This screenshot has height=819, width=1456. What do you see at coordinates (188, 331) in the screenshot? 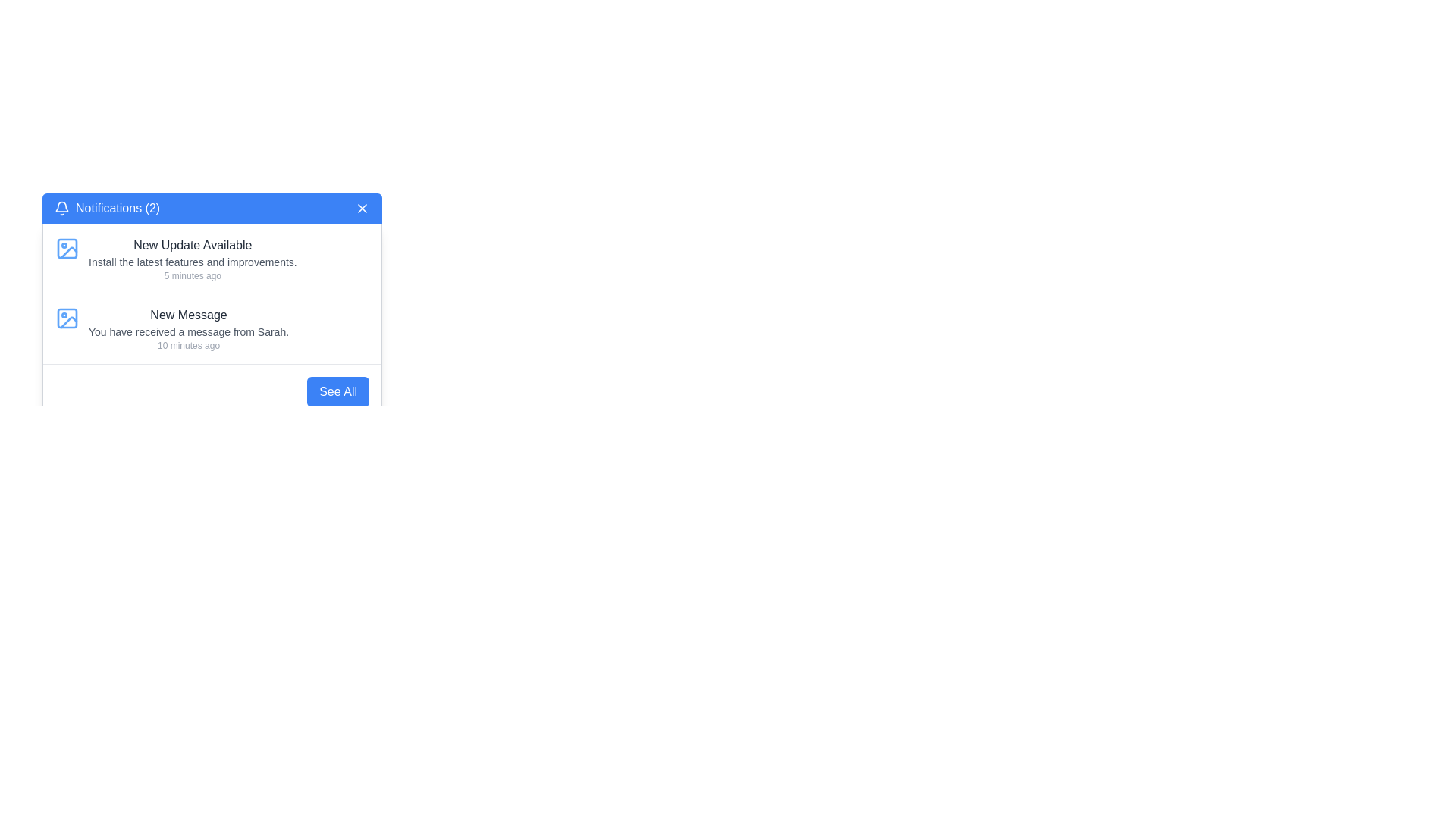
I see `summarized notification message displayed under the 'New Message' element and above the '10 minutes ago' time indicator` at bounding box center [188, 331].